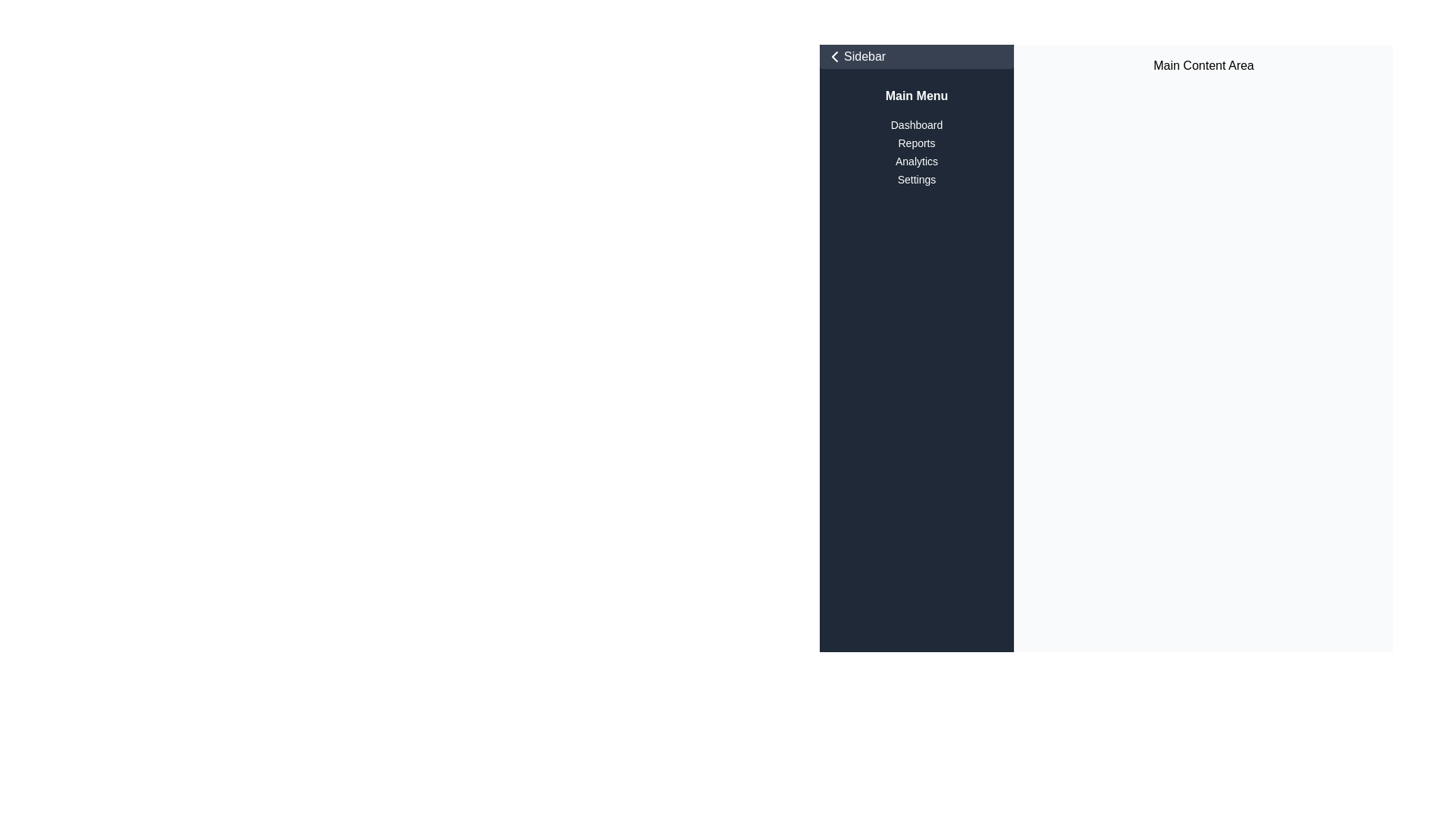 This screenshot has height=819, width=1456. What do you see at coordinates (833, 55) in the screenshot?
I see `the navigation icon located in the top-left corner of the interface, adjacent to the sidebar, which indicates a backward action` at bounding box center [833, 55].